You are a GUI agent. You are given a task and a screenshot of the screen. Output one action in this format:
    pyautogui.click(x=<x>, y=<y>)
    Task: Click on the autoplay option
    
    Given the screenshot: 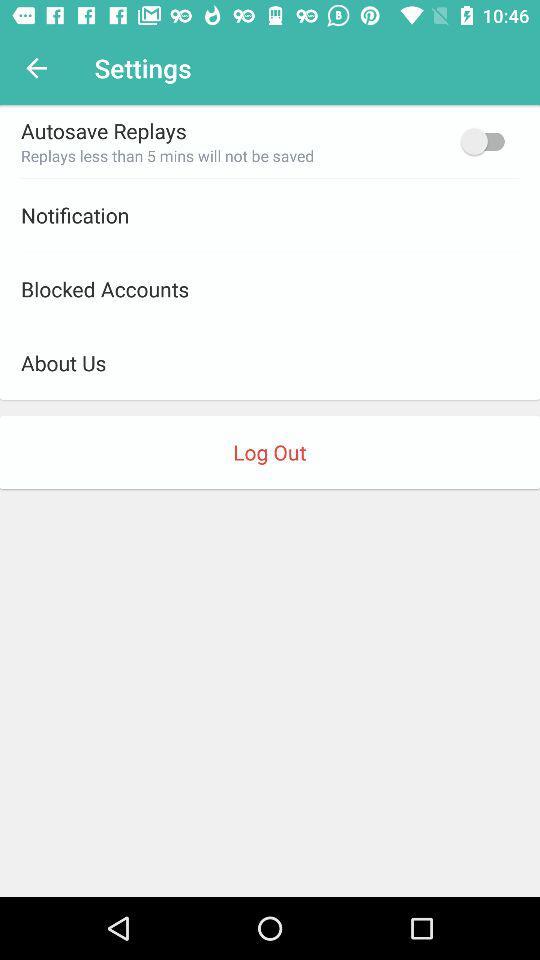 What is the action you would take?
    pyautogui.click(x=486, y=140)
    